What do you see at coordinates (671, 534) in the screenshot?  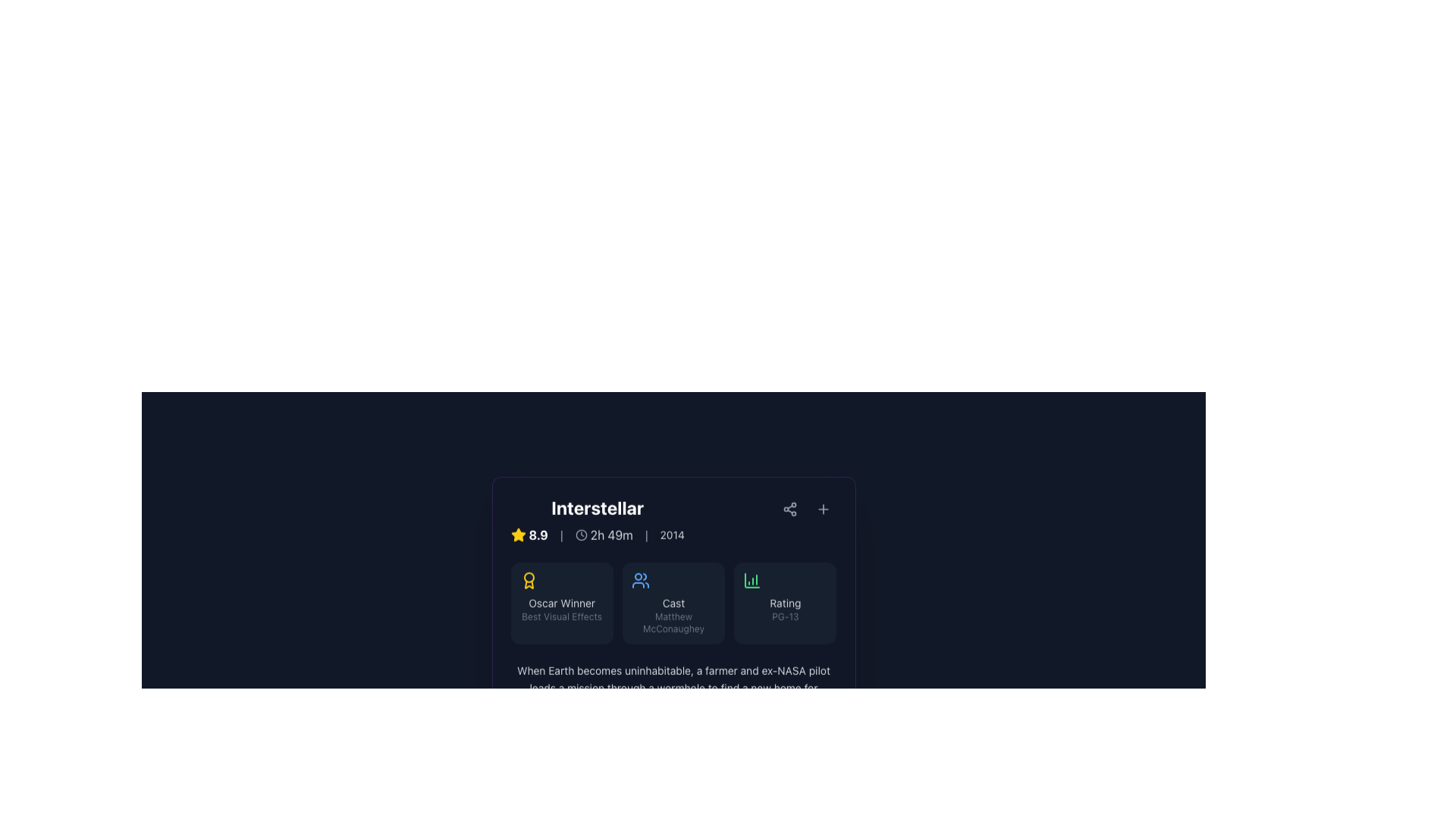 I see `the text element displaying '2014', which is light gray and smaller than surrounding text, located on a dark background at the end of a group of elements including a star rating and duration` at bounding box center [671, 534].